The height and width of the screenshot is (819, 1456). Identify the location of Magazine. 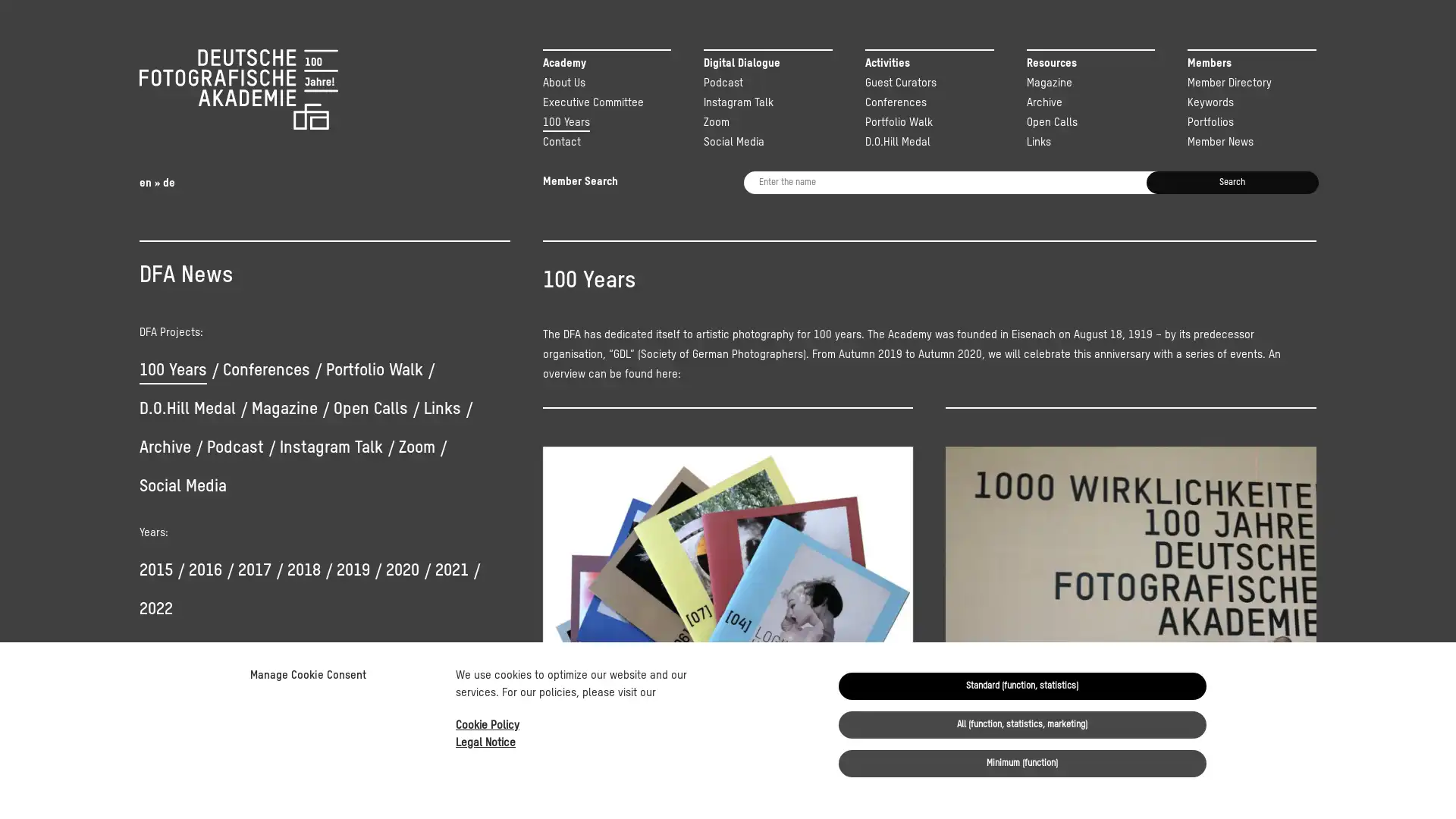
(284, 409).